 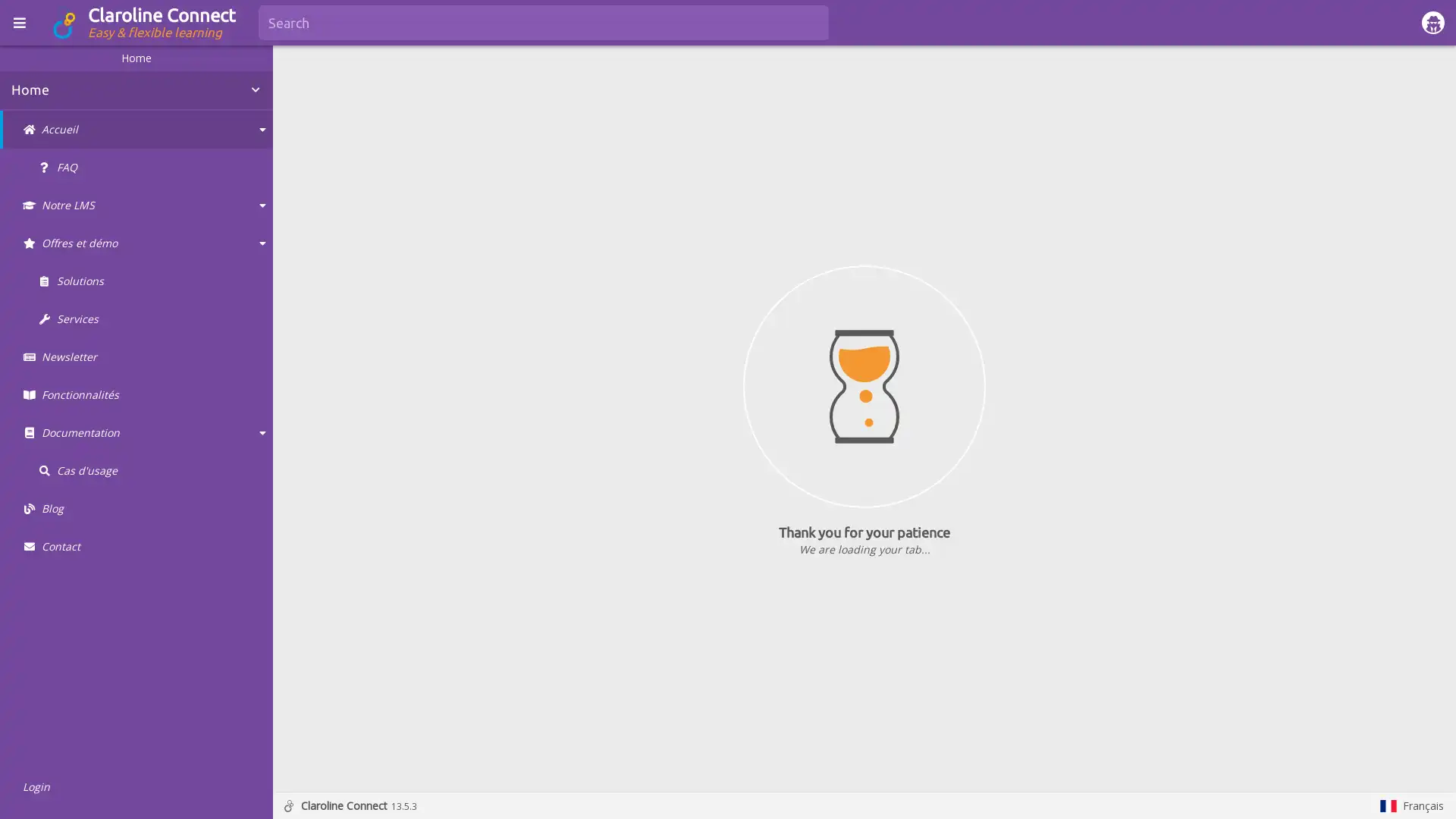 What do you see at coordinates (262, 205) in the screenshot?
I see `Collapse` at bounding box center [262, 205].